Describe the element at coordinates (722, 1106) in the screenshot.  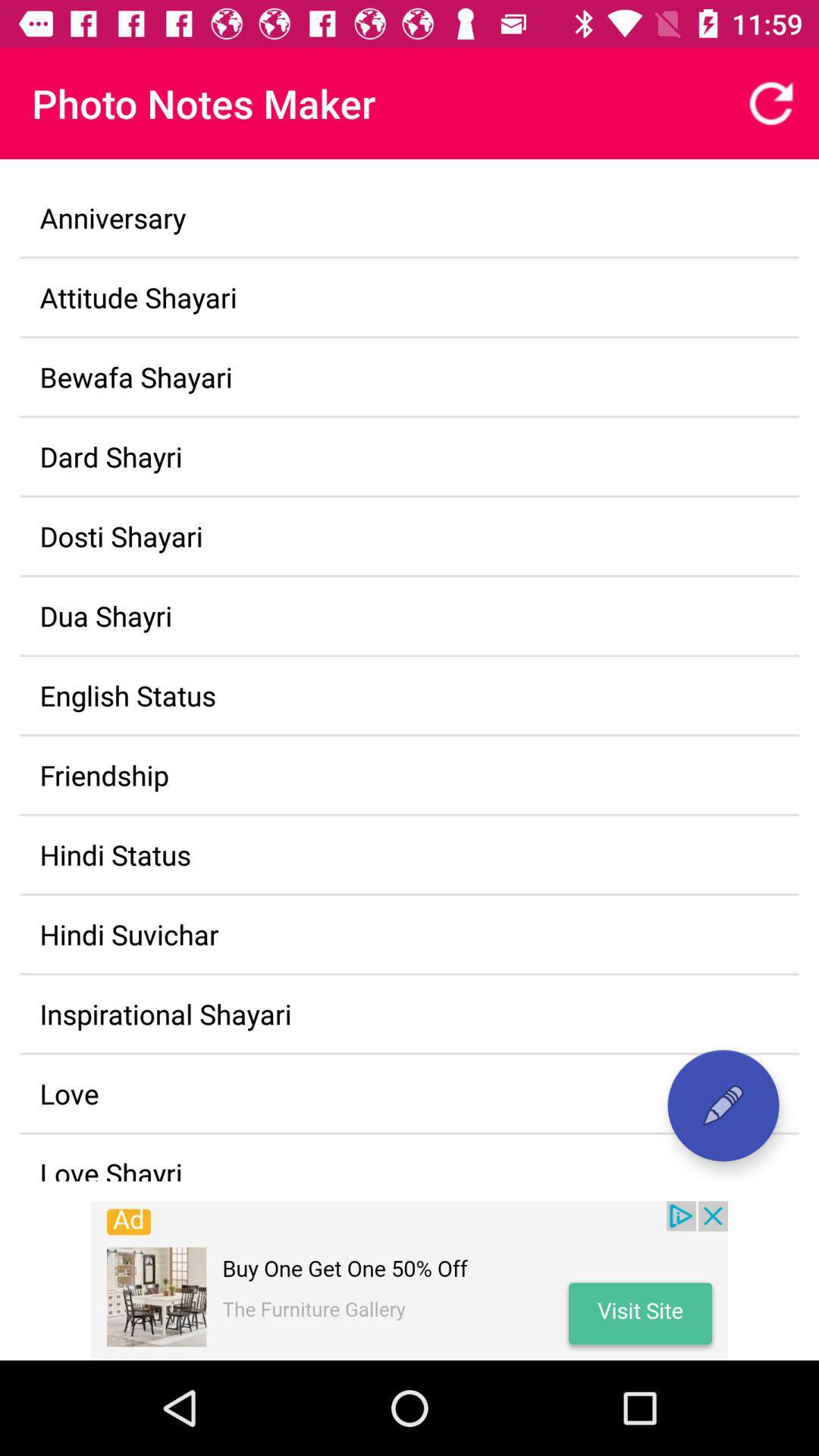
I see `writing` at that location.